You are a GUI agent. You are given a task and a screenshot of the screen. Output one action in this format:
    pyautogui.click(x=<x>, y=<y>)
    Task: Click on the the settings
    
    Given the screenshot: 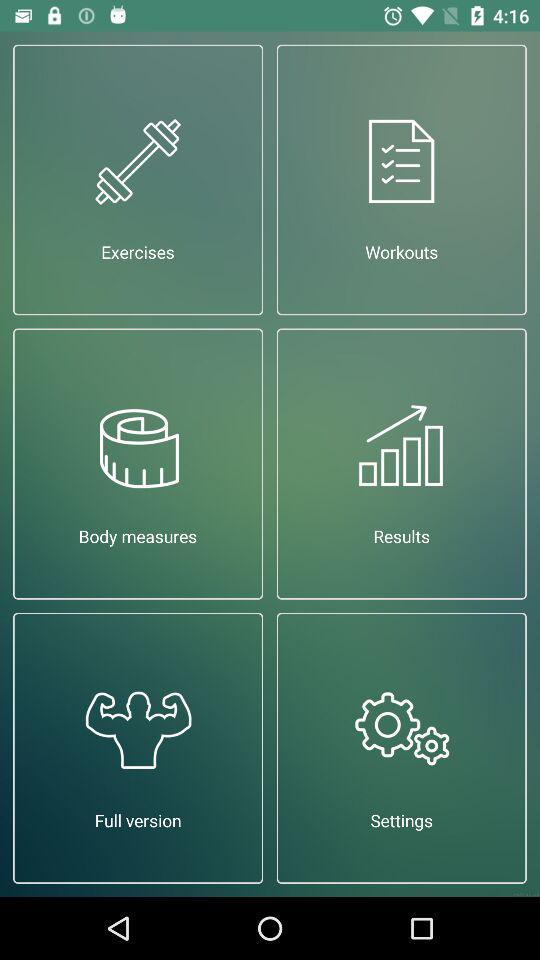 What is the action you would take?
    pyautogui.click(x=401, y=747)
    